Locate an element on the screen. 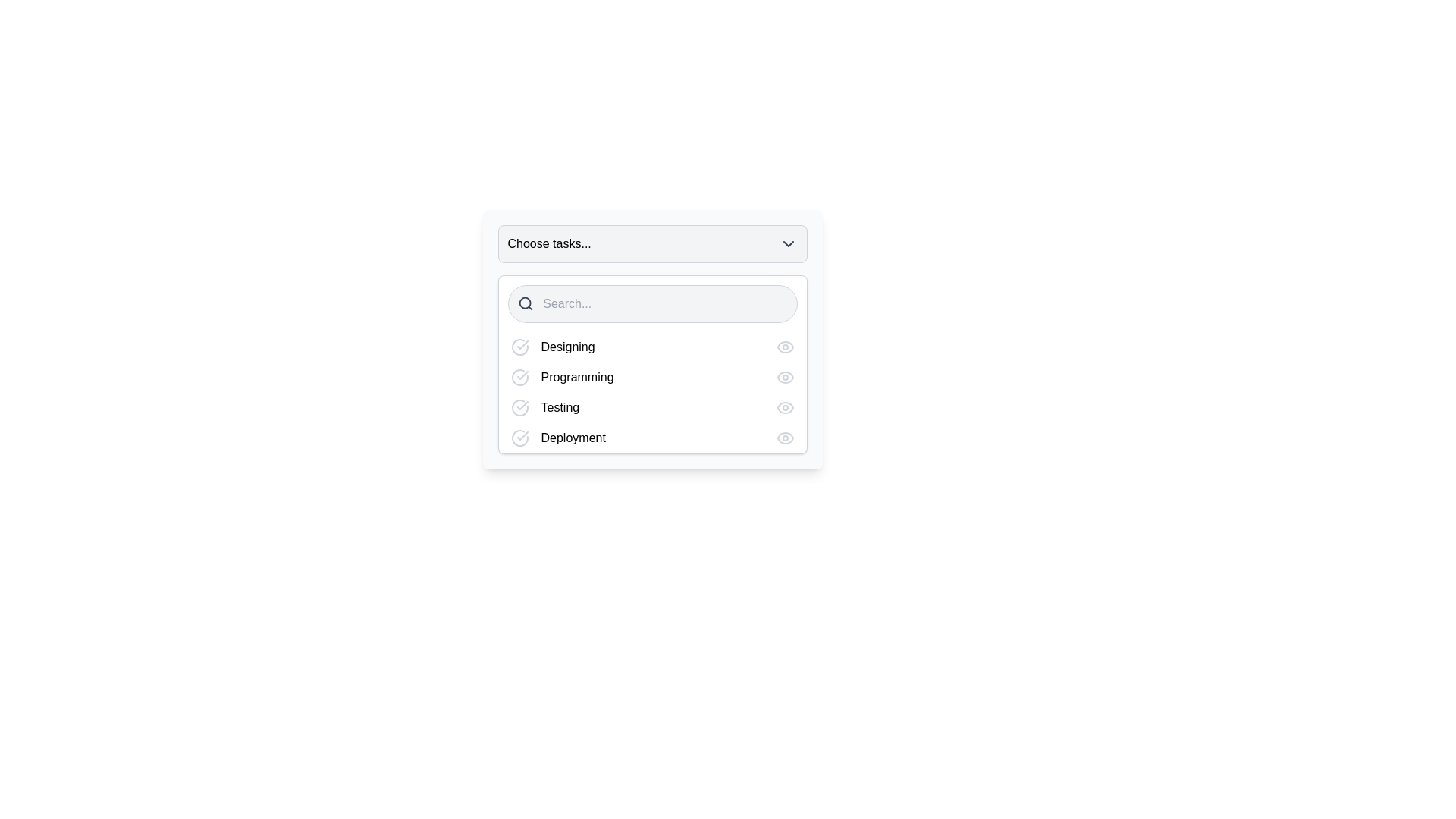  the circular magnifying glass icon located within the search input area, which is part of the search functionality next to the 'Choose tasks...' dropdown is located at coordinates (525, 303).